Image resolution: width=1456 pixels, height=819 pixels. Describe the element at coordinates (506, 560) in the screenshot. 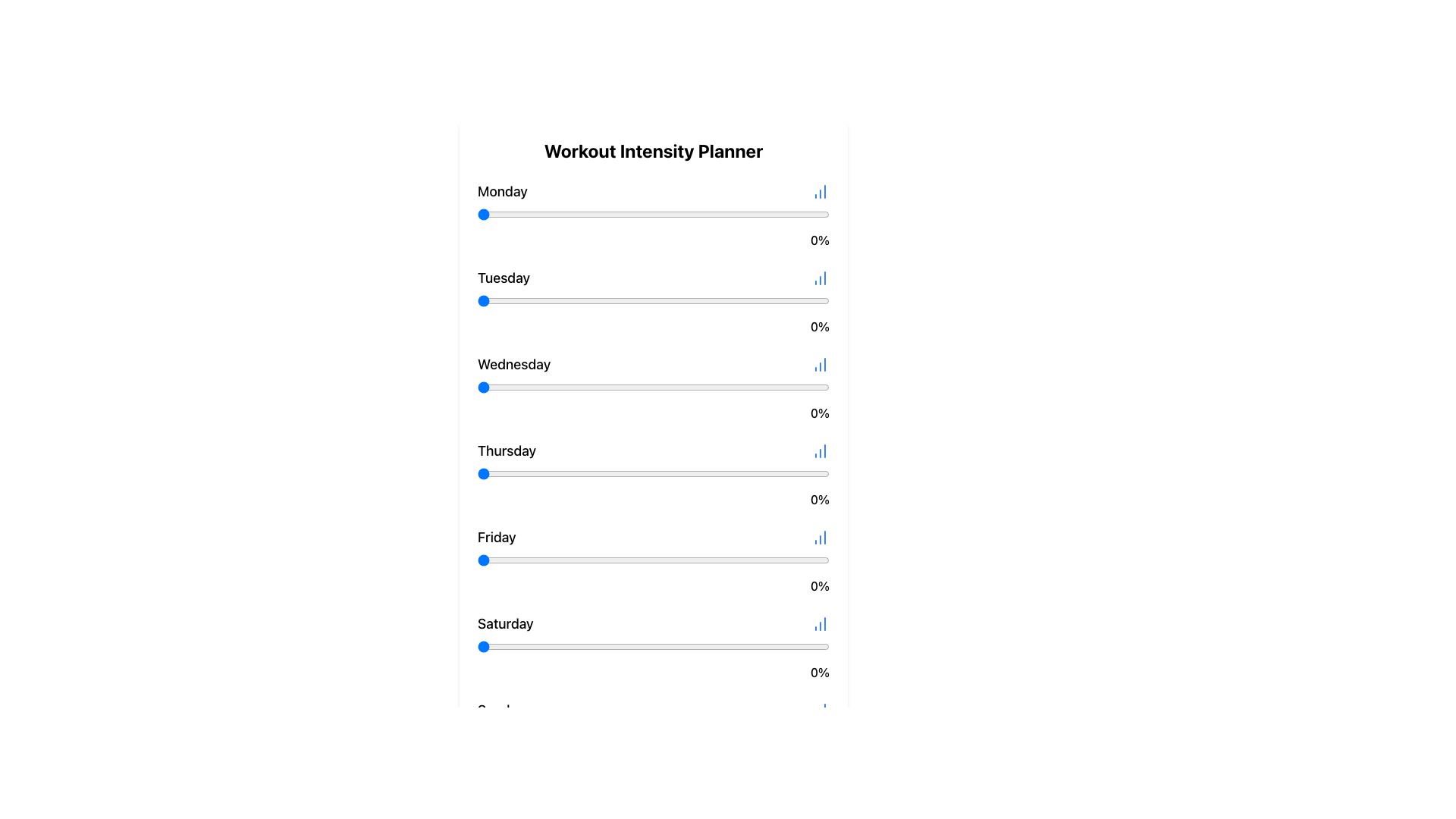

I see `the Friday intensity` at that location.